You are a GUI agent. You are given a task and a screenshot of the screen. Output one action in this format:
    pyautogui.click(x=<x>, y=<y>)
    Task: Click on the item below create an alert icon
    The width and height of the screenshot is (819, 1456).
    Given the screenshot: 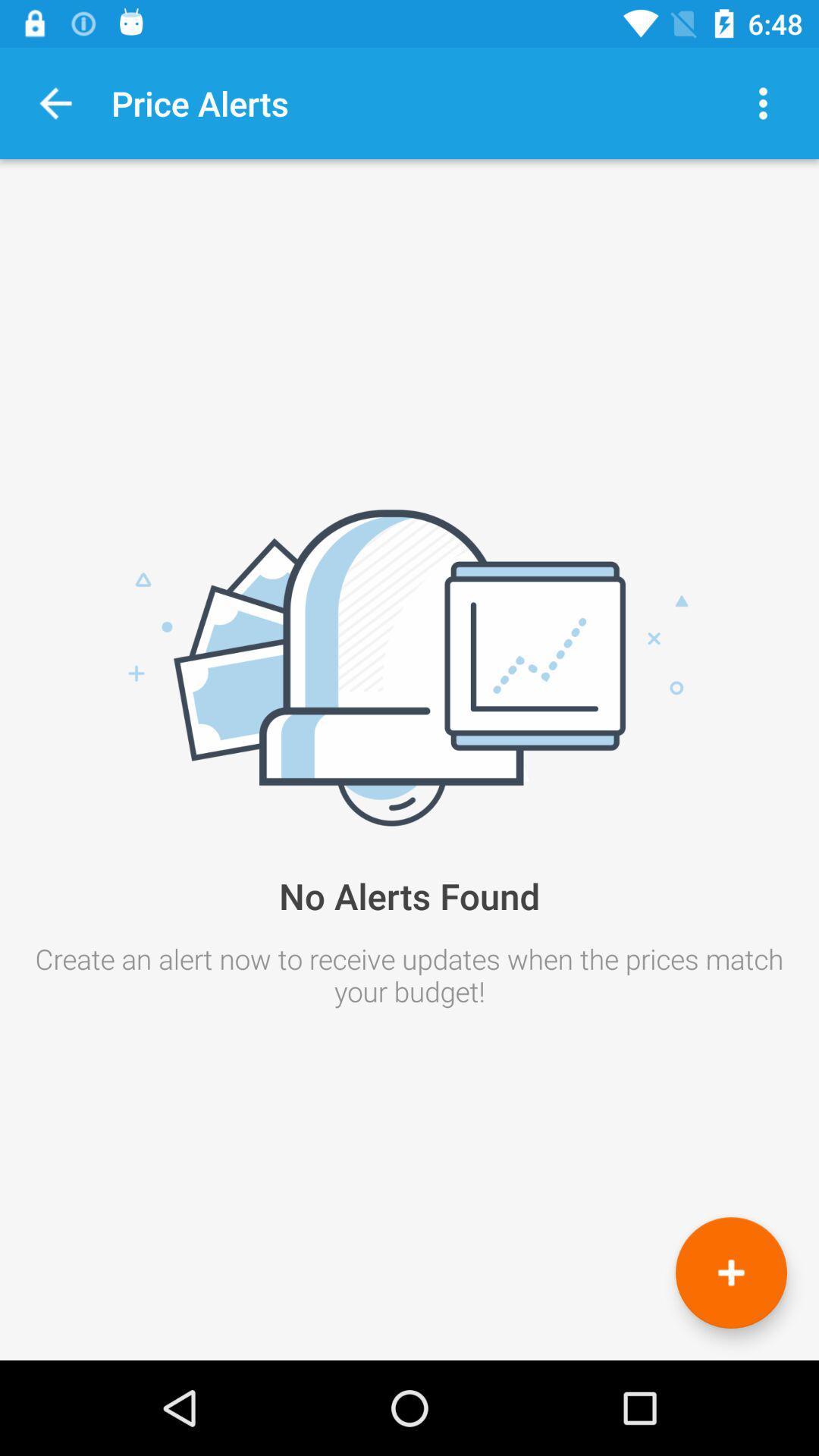 What is the action you would take?
    pyautogui.click(x=730, y=1272)
    